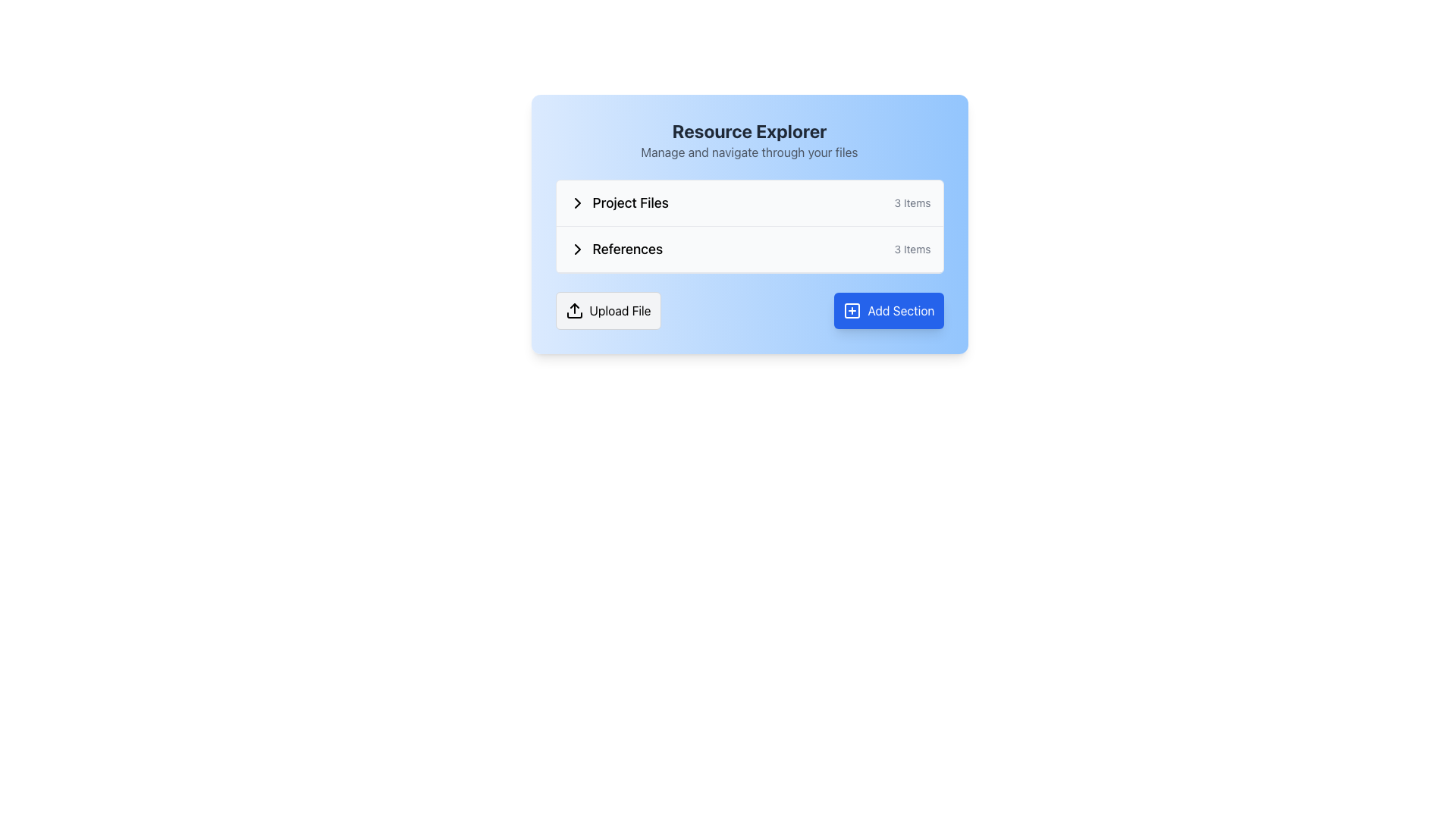 This screenshot has width=1456, height=819. What do you see at coordinates (576, 248) in the screenshot?
I see `the chevron icon next to the 'References' item in the 'Resource Explorer' list` at bounding box center [576, 248].